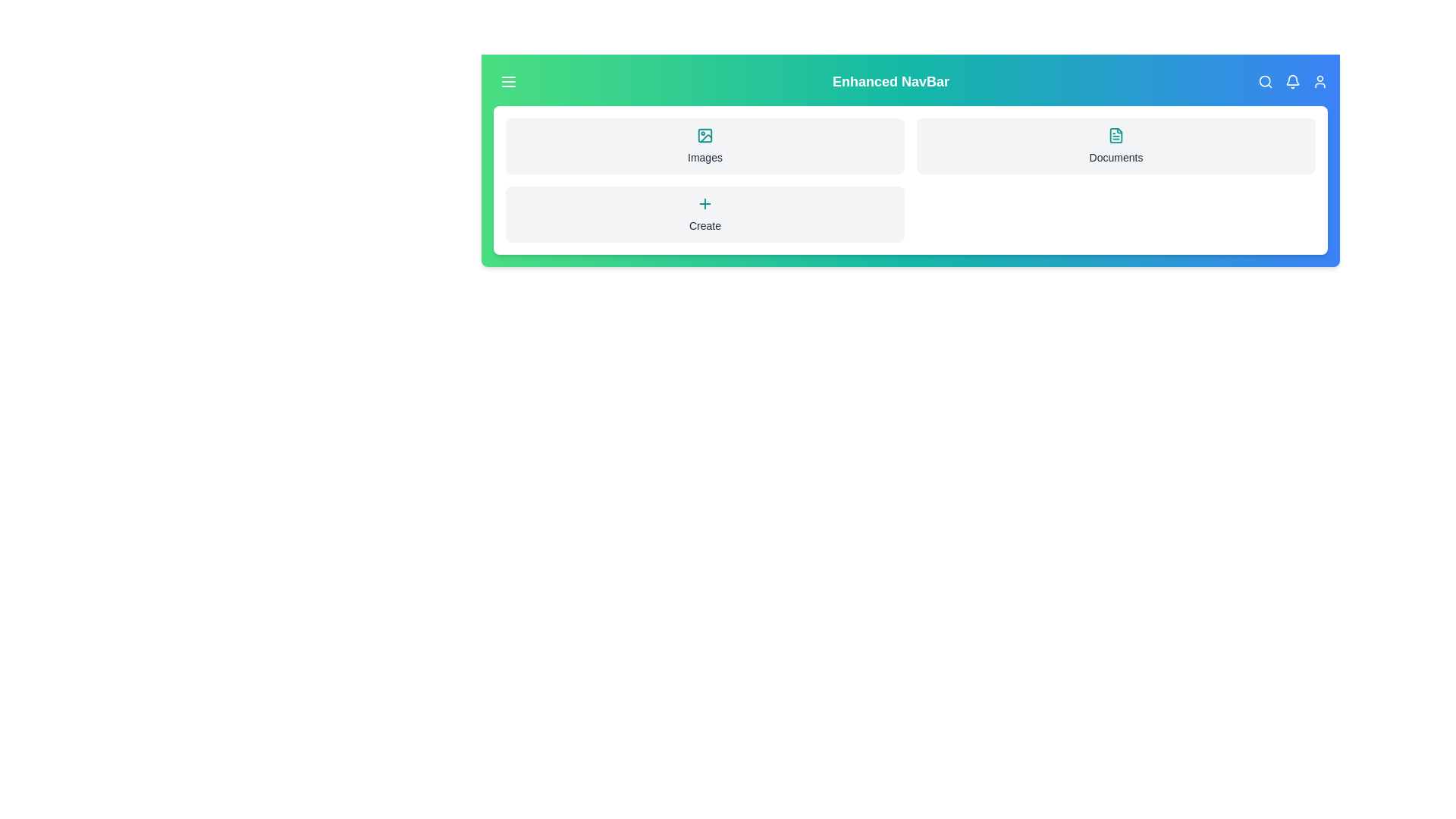  What do you see at coordinates (704, 146) in the screenshot?
I see `the 'Images' button` at bounding box center [704, 146].